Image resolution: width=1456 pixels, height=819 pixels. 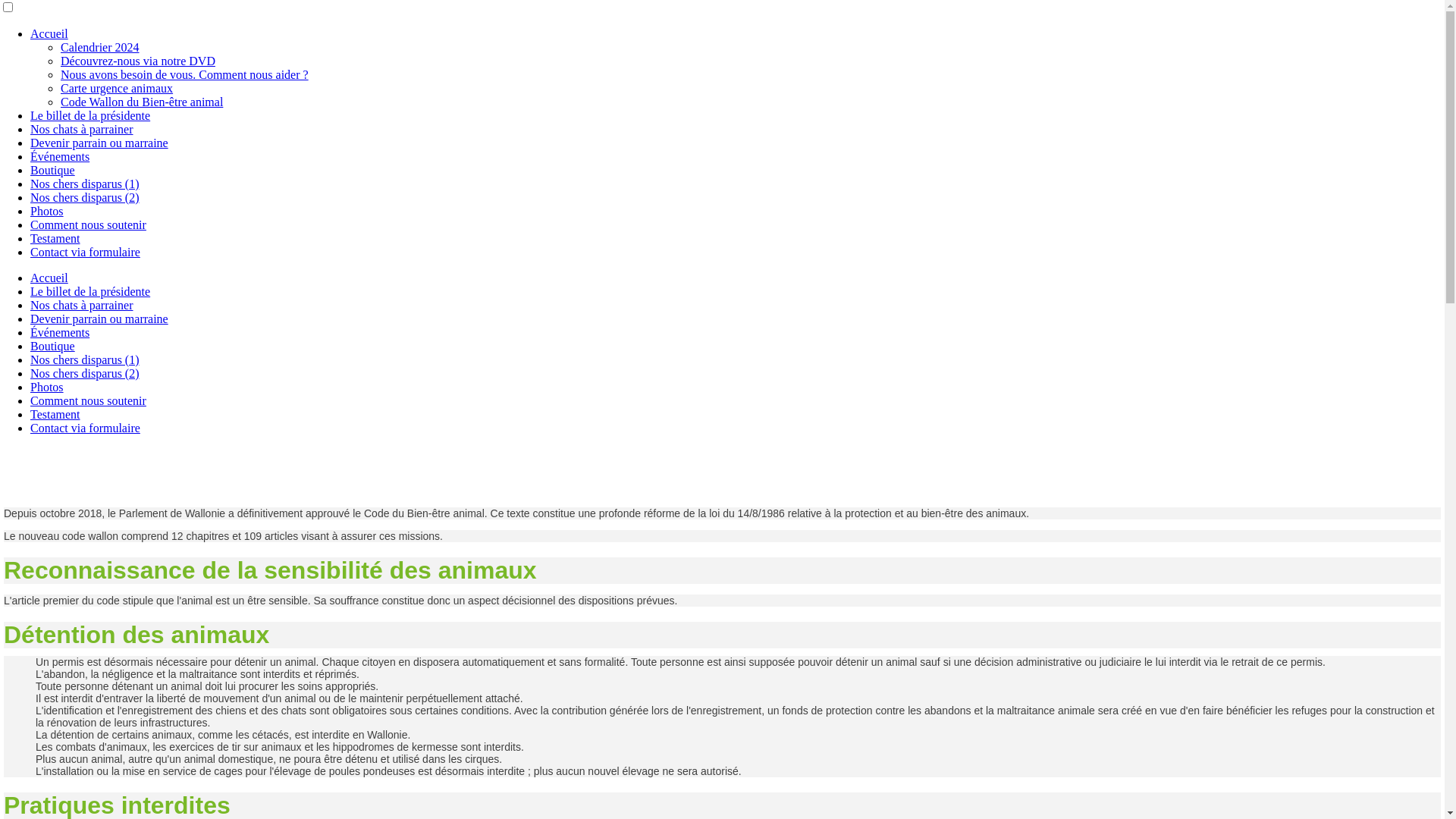 What do you see at coordinates (83, 373) in the screenshot?
I see `'Nos chers disparus (2)'` at bounding box center [83, 373].